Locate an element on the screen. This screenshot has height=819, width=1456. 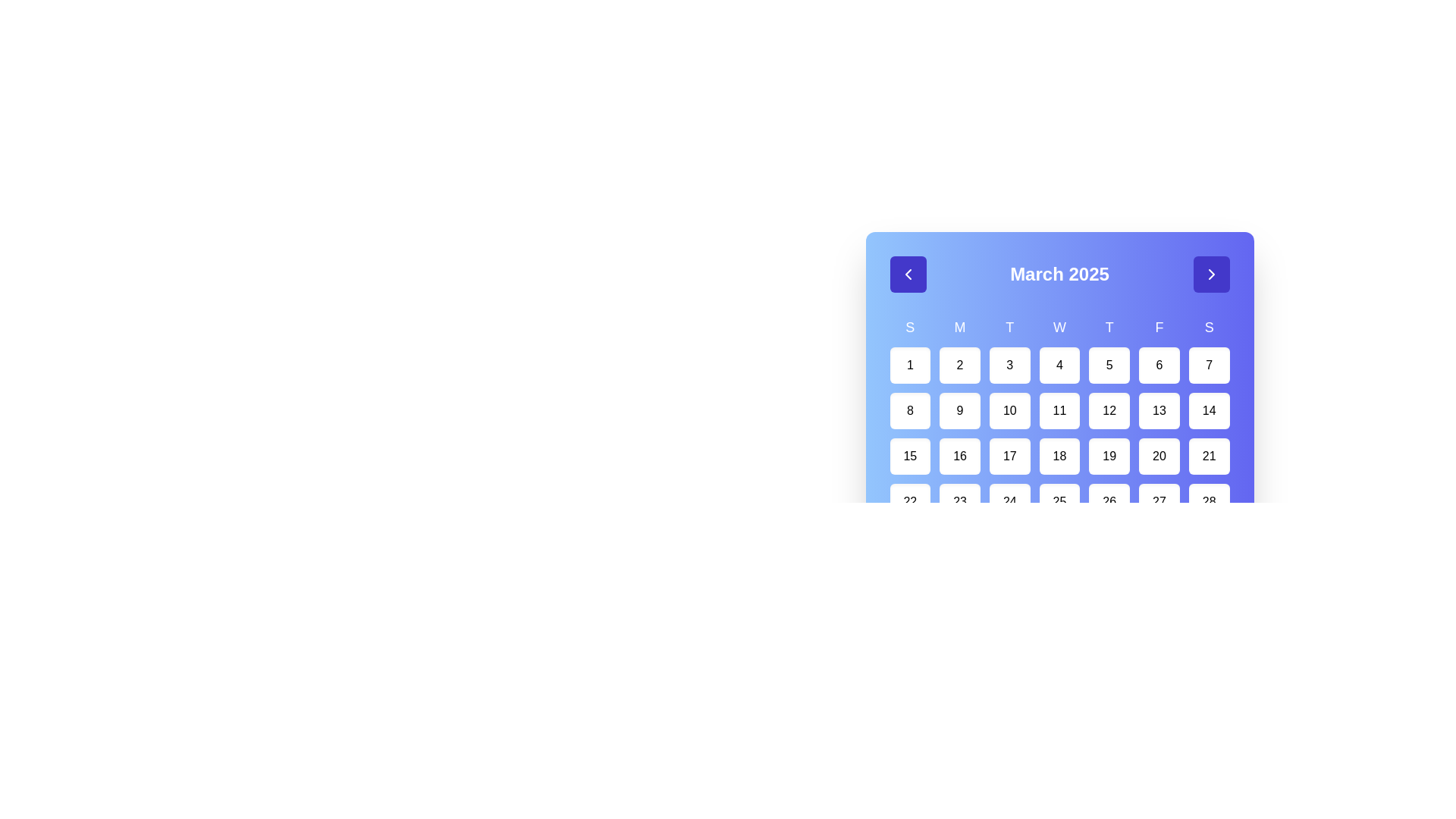
the interactive date selector button located in the fourth row and fifth column of the calendar grid under the 'F' weekday label is located at coordinates (1109, 502).